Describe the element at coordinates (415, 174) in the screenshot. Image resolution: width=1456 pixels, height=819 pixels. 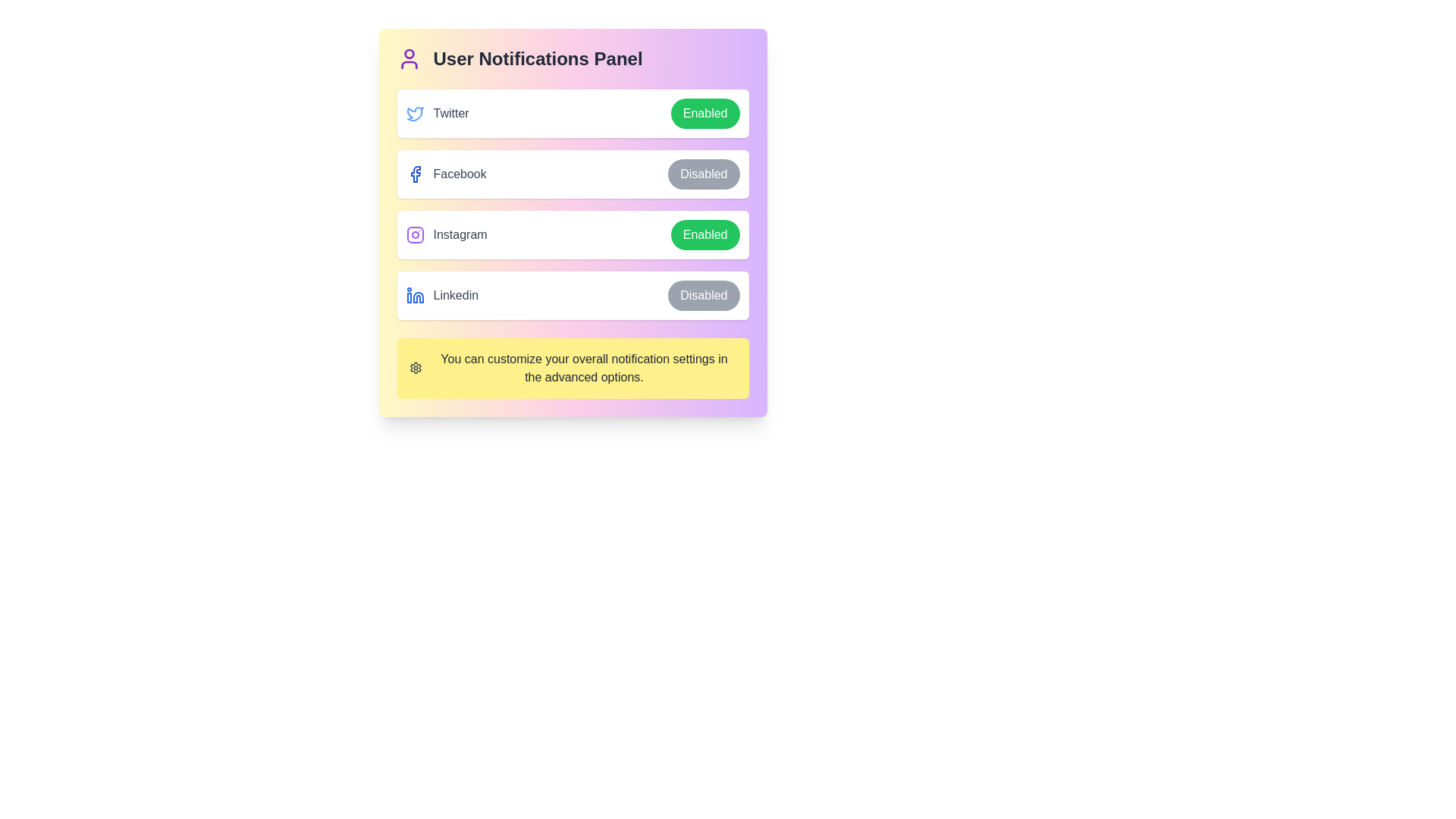
I see `the Facebook icon in the User Notifications Panel to highlight or interact with surrounding elements` at that location.